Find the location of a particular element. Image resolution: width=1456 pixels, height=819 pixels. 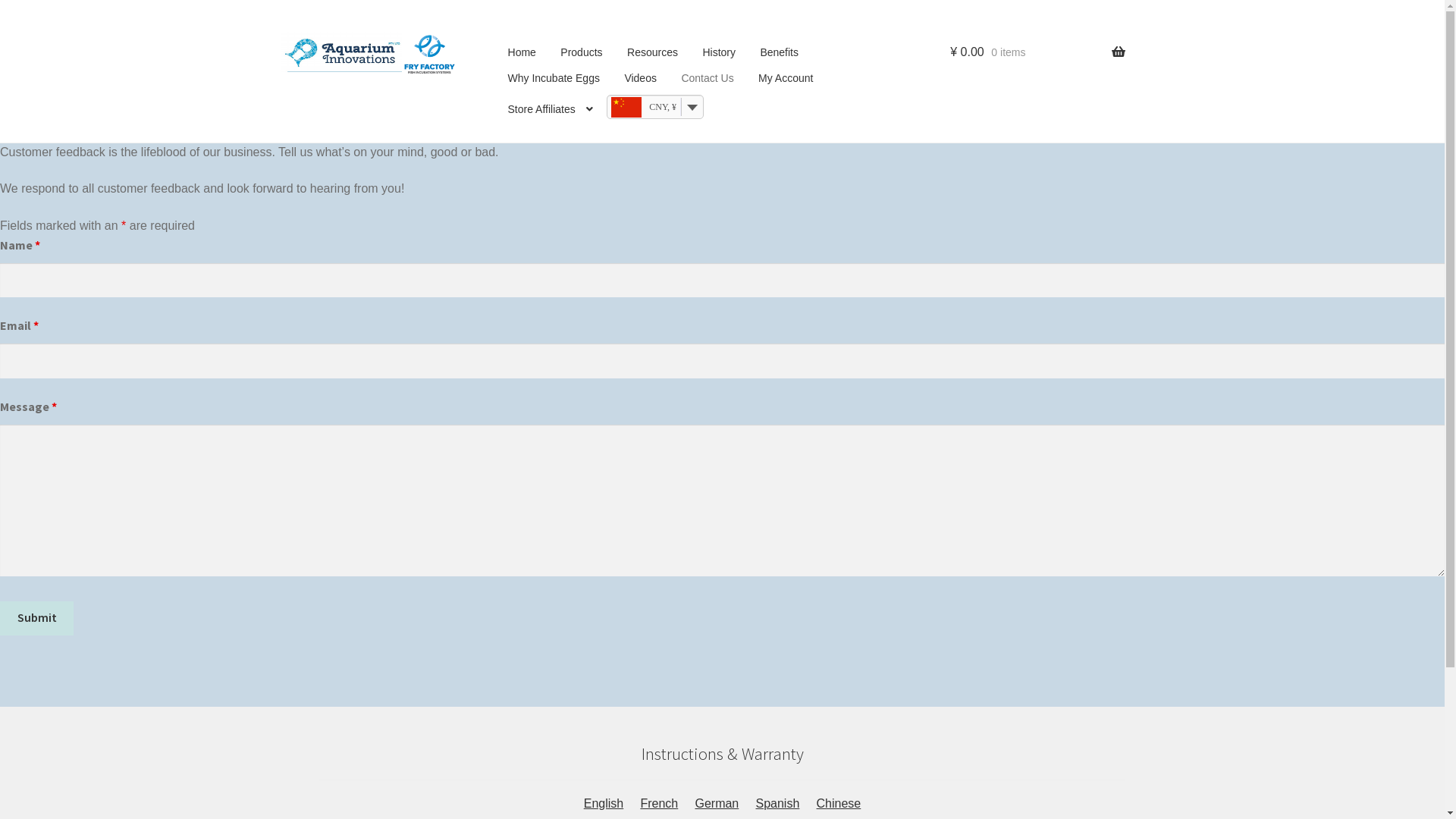

'Chinese' is located at coordinates (815, 802).